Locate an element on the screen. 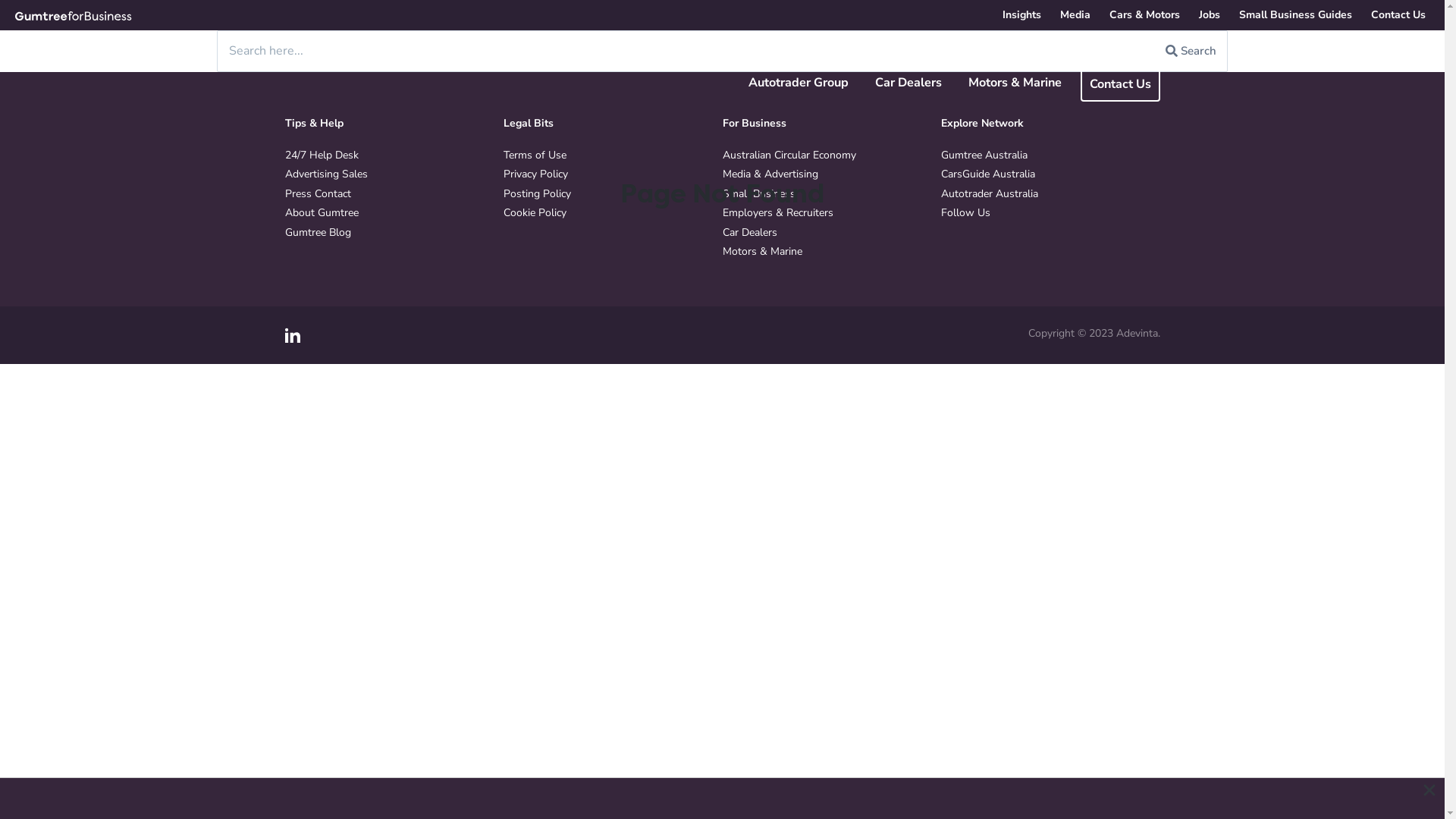  '24/7 Help Desk' is located at coordinates (321, 155).